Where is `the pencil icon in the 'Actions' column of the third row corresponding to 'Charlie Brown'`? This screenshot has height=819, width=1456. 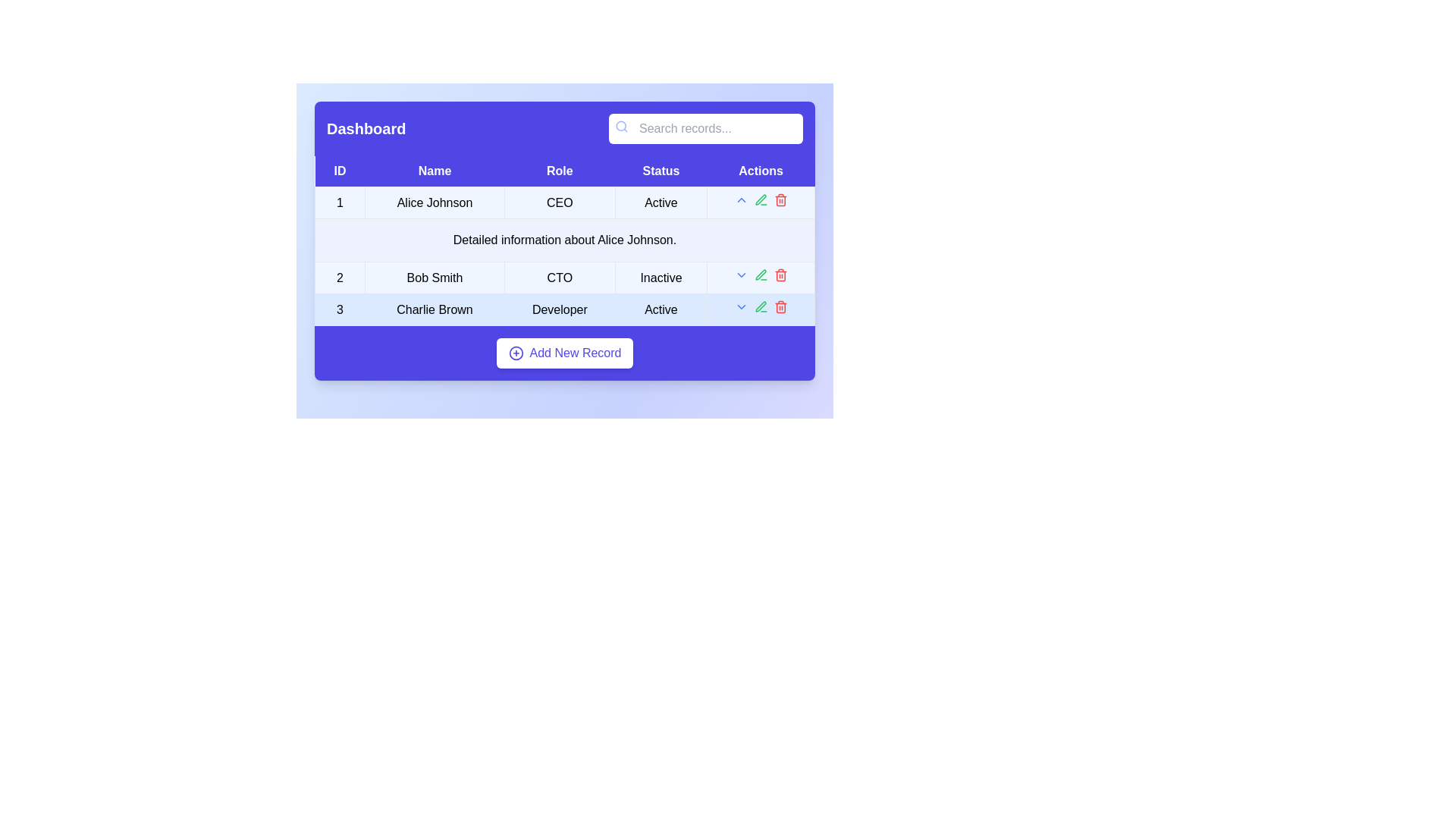 the pencil icon in the 'Actions' column of the third row corresponding to 'Charlie Brown' is located at coordinates (761, 199).